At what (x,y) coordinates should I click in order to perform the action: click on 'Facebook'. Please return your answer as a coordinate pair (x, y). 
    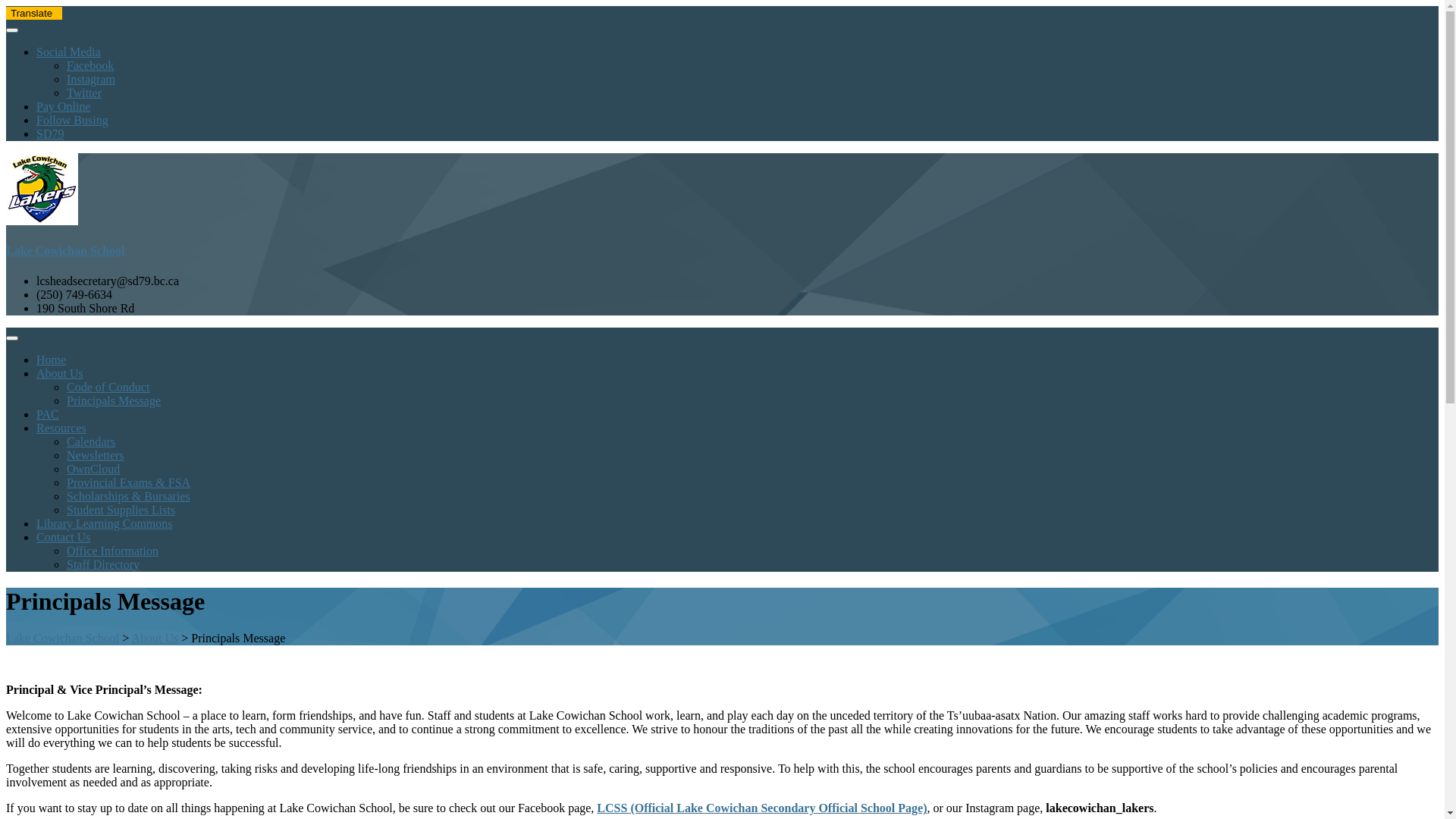
    Looking at the image, I should click on (89, 64).